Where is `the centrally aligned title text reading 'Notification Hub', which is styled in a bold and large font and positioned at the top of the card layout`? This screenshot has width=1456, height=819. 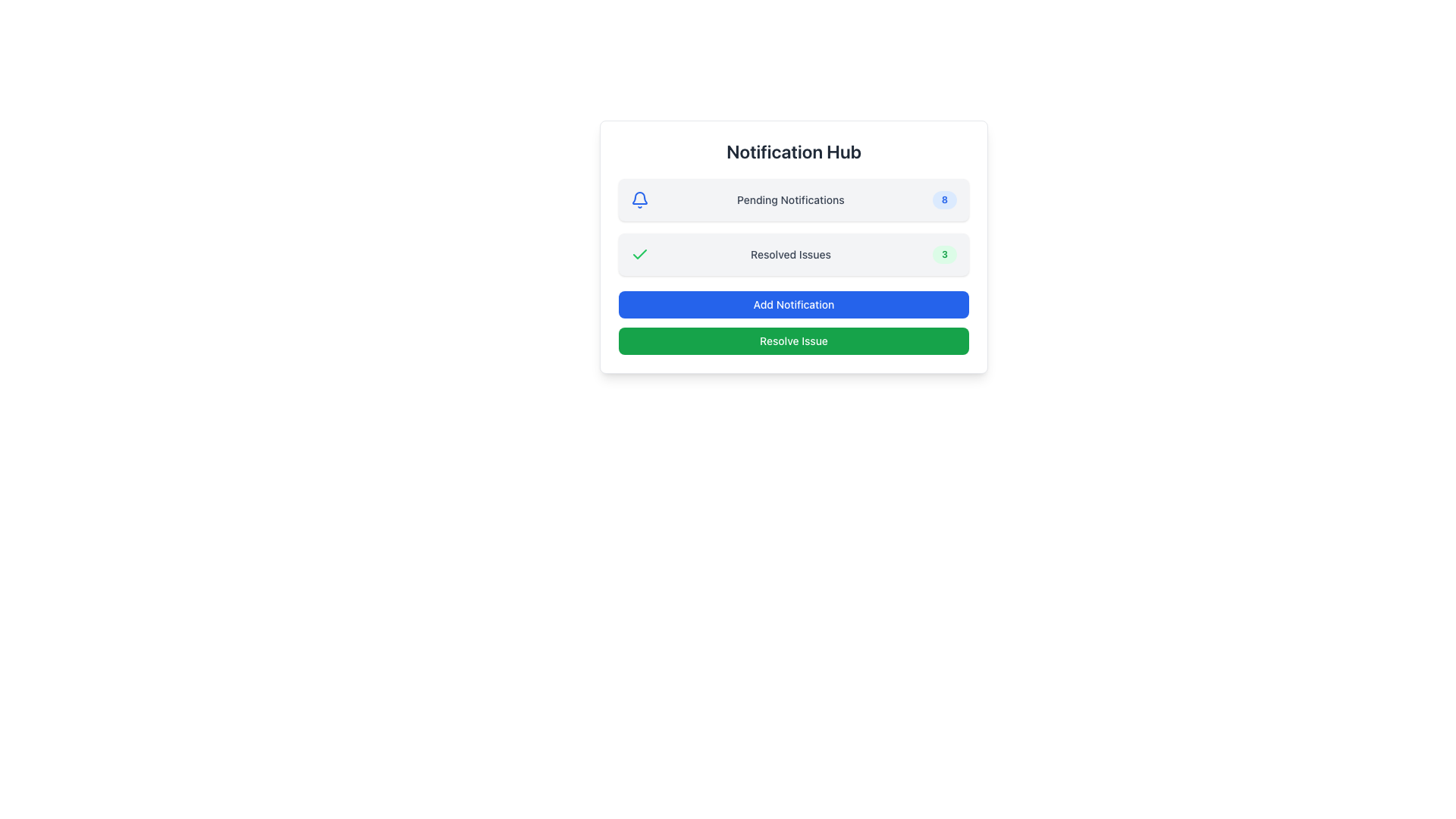 the centrally aligned title text reading 'Notification Hub', which is styled in a bold and large font and positioned at the top of the card layout is located at coordinates (792, 152).